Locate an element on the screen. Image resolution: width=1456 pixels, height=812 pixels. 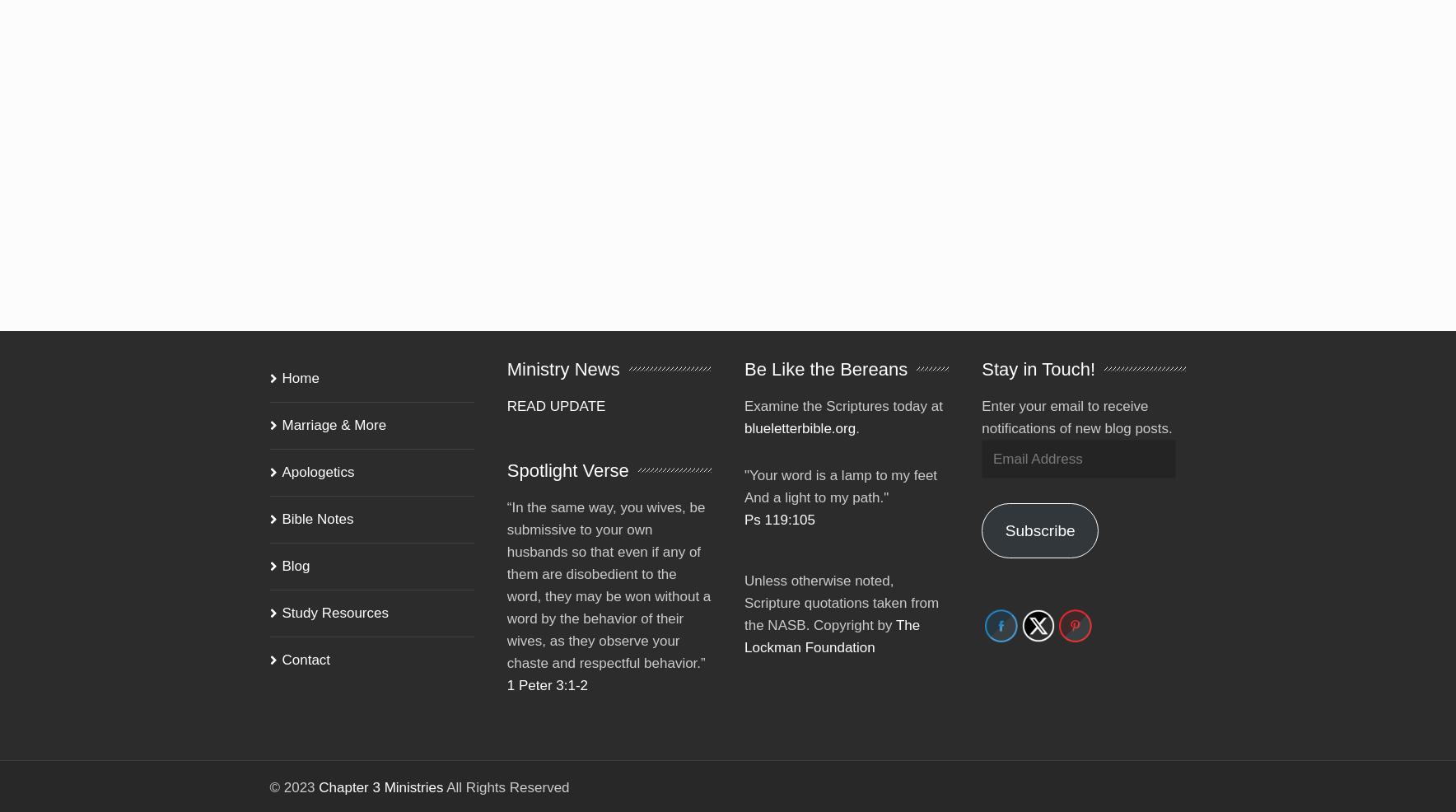
'Examine the Scriptures today at' is located at coordinates (842, 383).